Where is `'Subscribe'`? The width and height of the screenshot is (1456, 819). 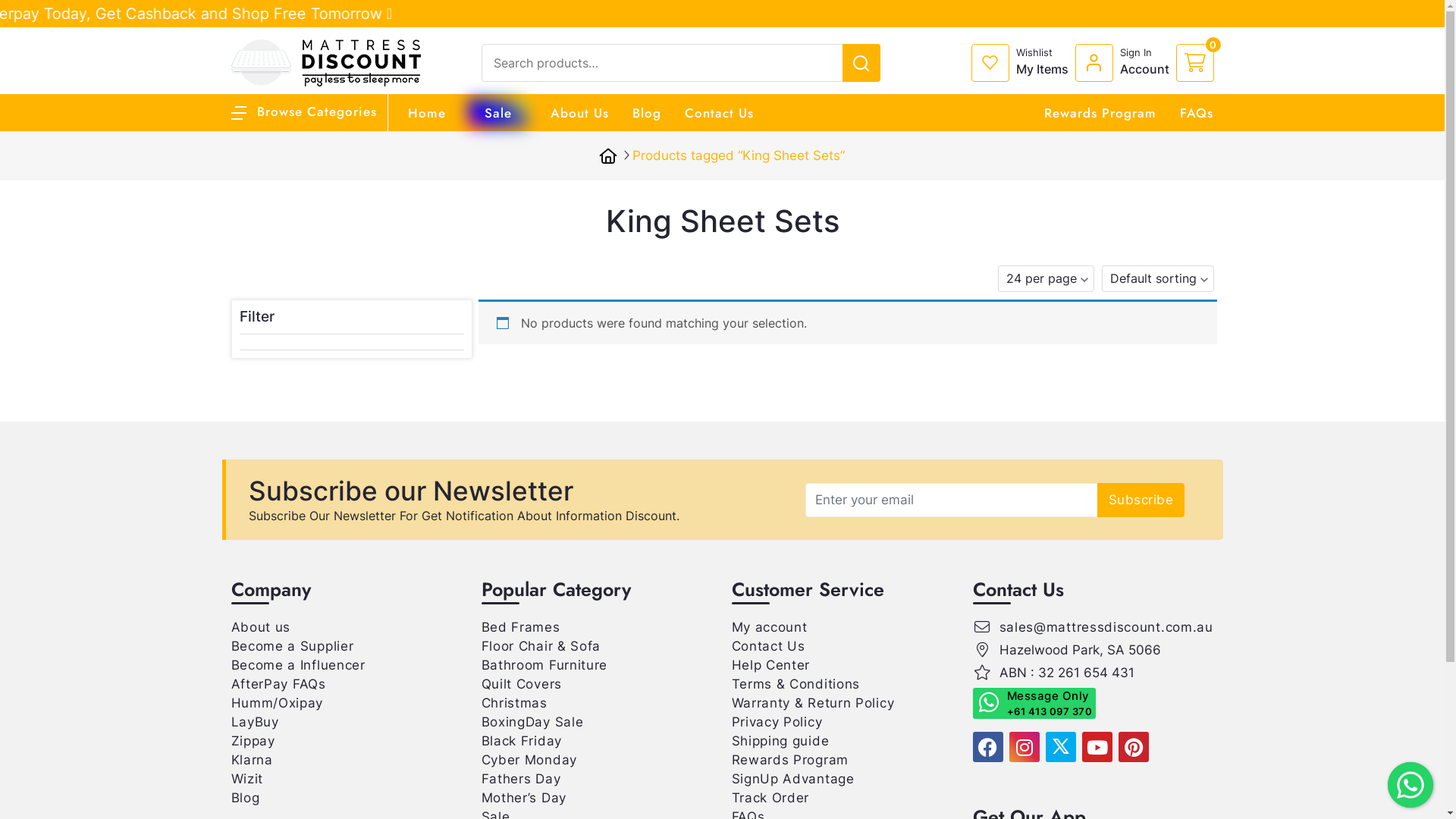 'Subscribe' is located at coordinates (1097, 499).